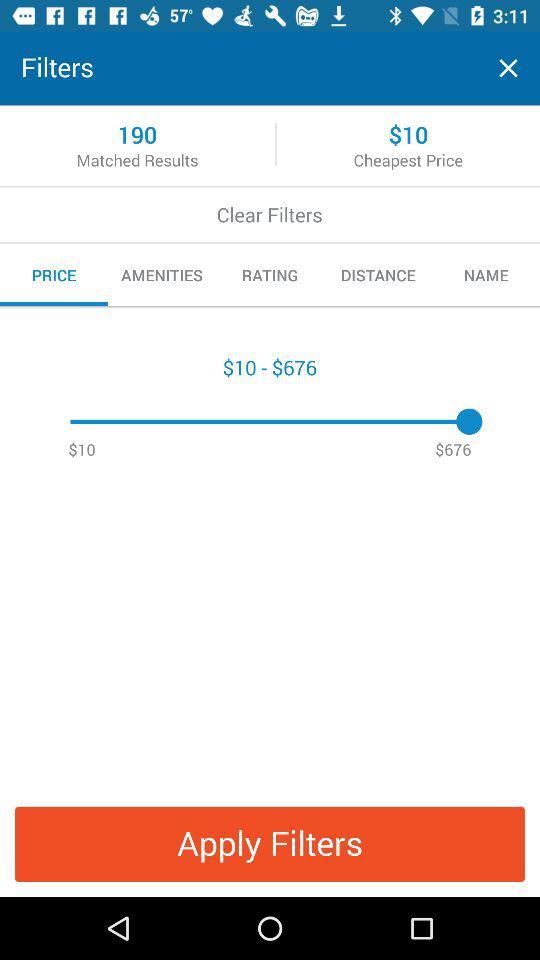 The image size is (540, 960). What do you see at coordinates (270, 843) in the screenshot?
I see `the icon below $10 item` at bounding box center [270, 843].